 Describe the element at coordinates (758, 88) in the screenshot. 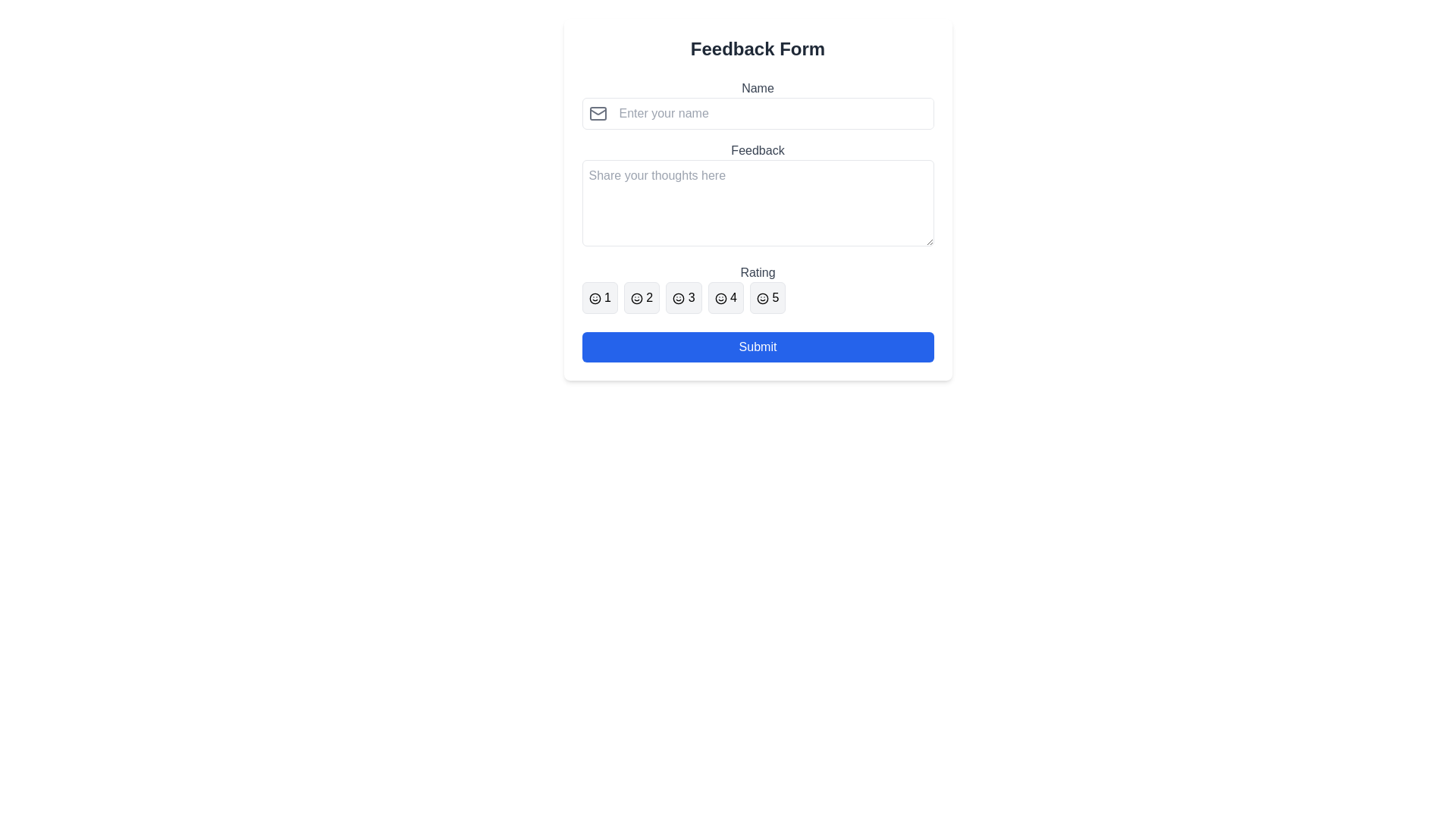

I see `the text label displaying 'Name' in gray color, located at the top of the form section above the 'Enter your name' input field` at that location.